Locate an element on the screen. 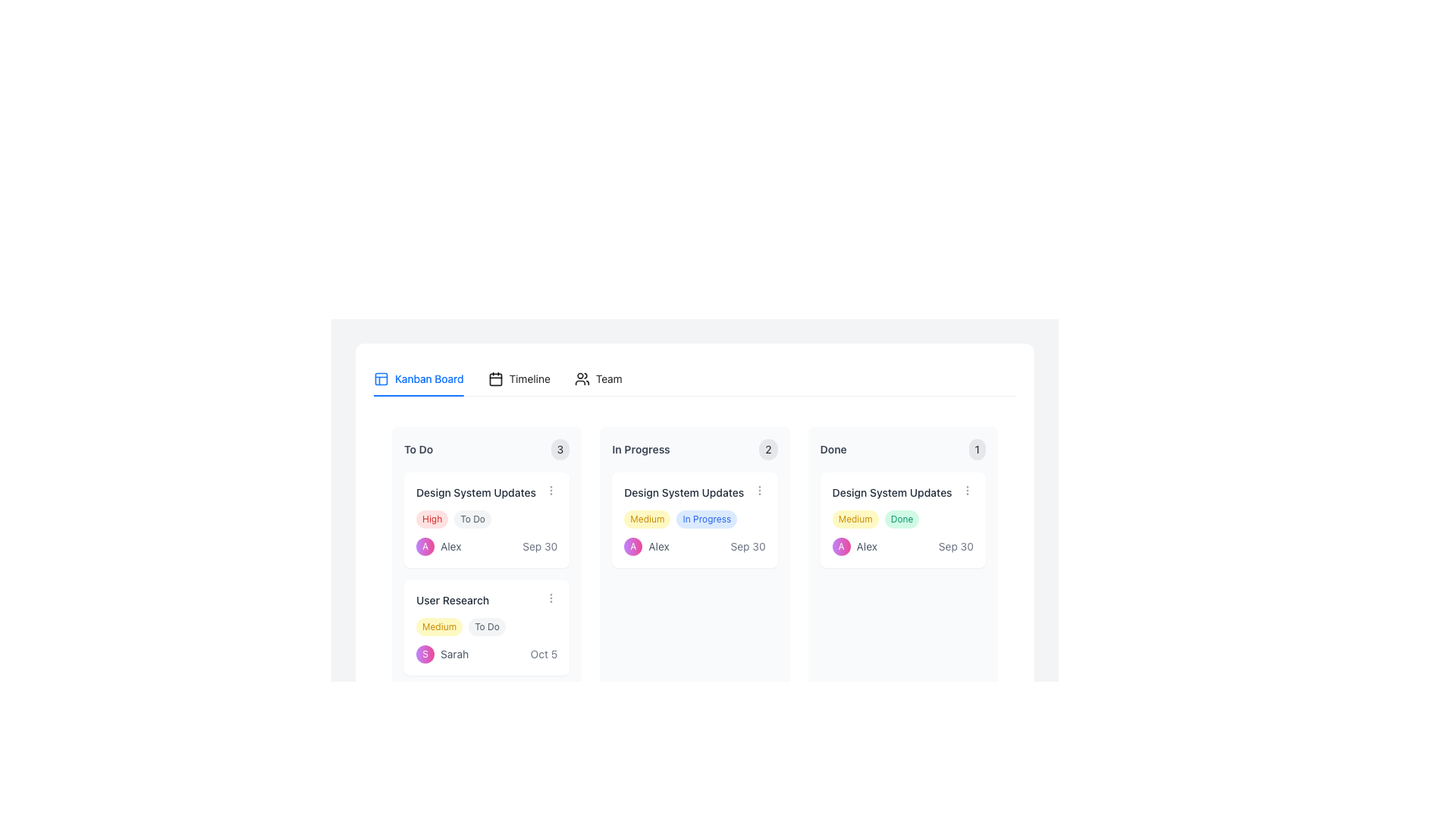  the 'Kanban Board' tab, which is the currently selected tab indicated by bold blue text and an underline is located at coordinates (419, 378).